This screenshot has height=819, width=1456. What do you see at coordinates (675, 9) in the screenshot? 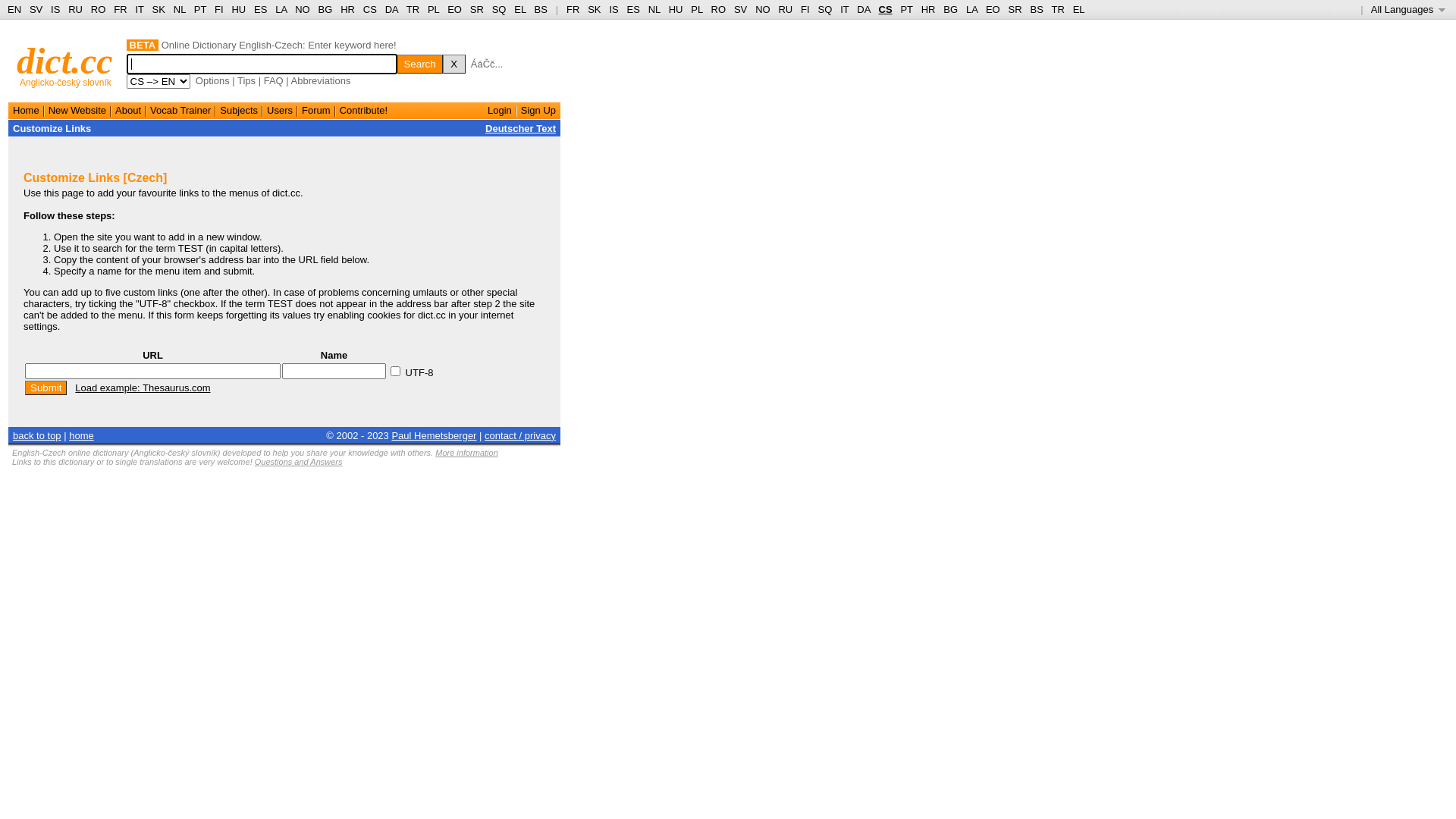
I see `'HU'` at bounding box center [675, 9].